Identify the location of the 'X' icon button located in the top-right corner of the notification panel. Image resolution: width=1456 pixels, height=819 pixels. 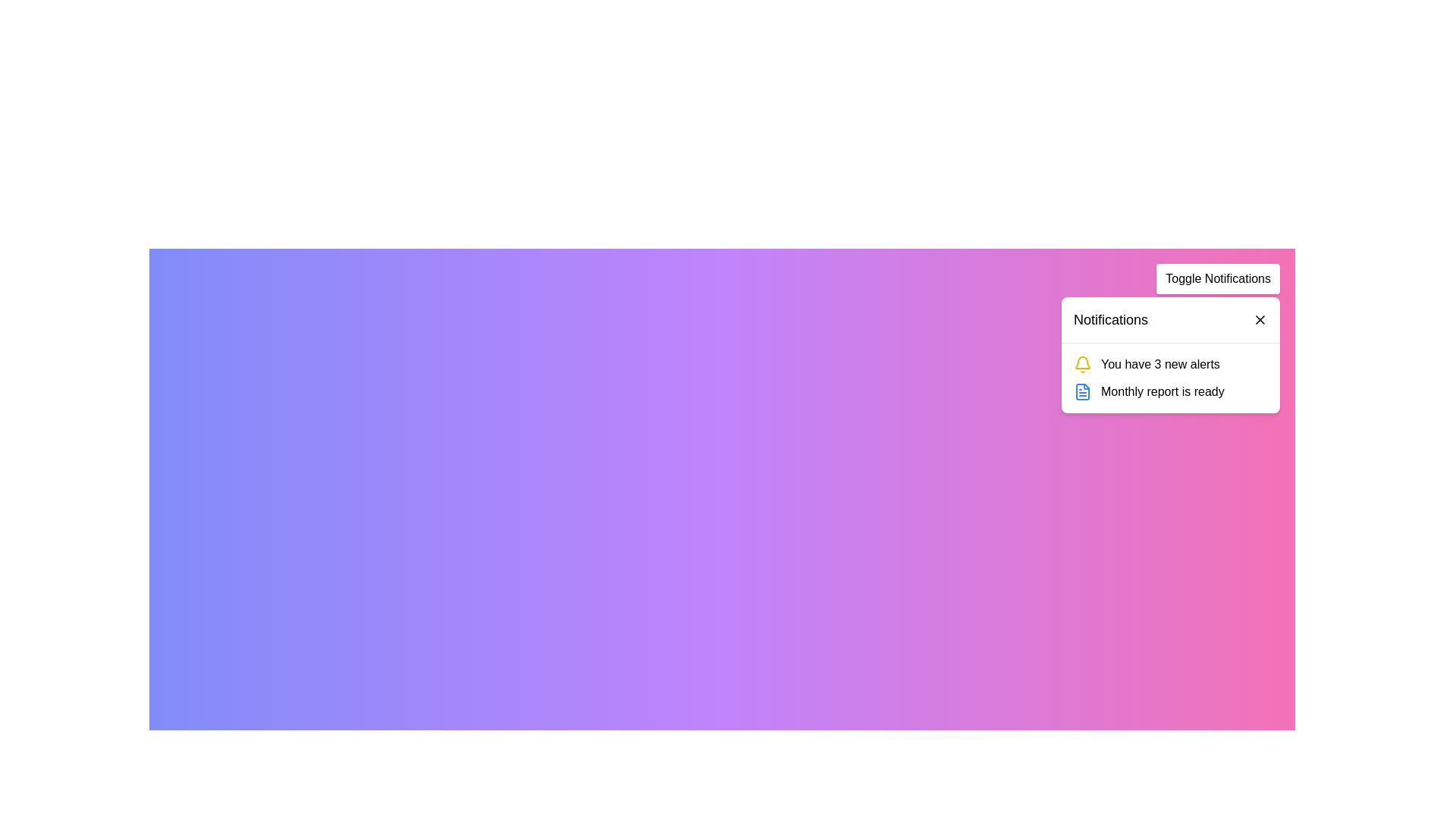
(1260, 318).